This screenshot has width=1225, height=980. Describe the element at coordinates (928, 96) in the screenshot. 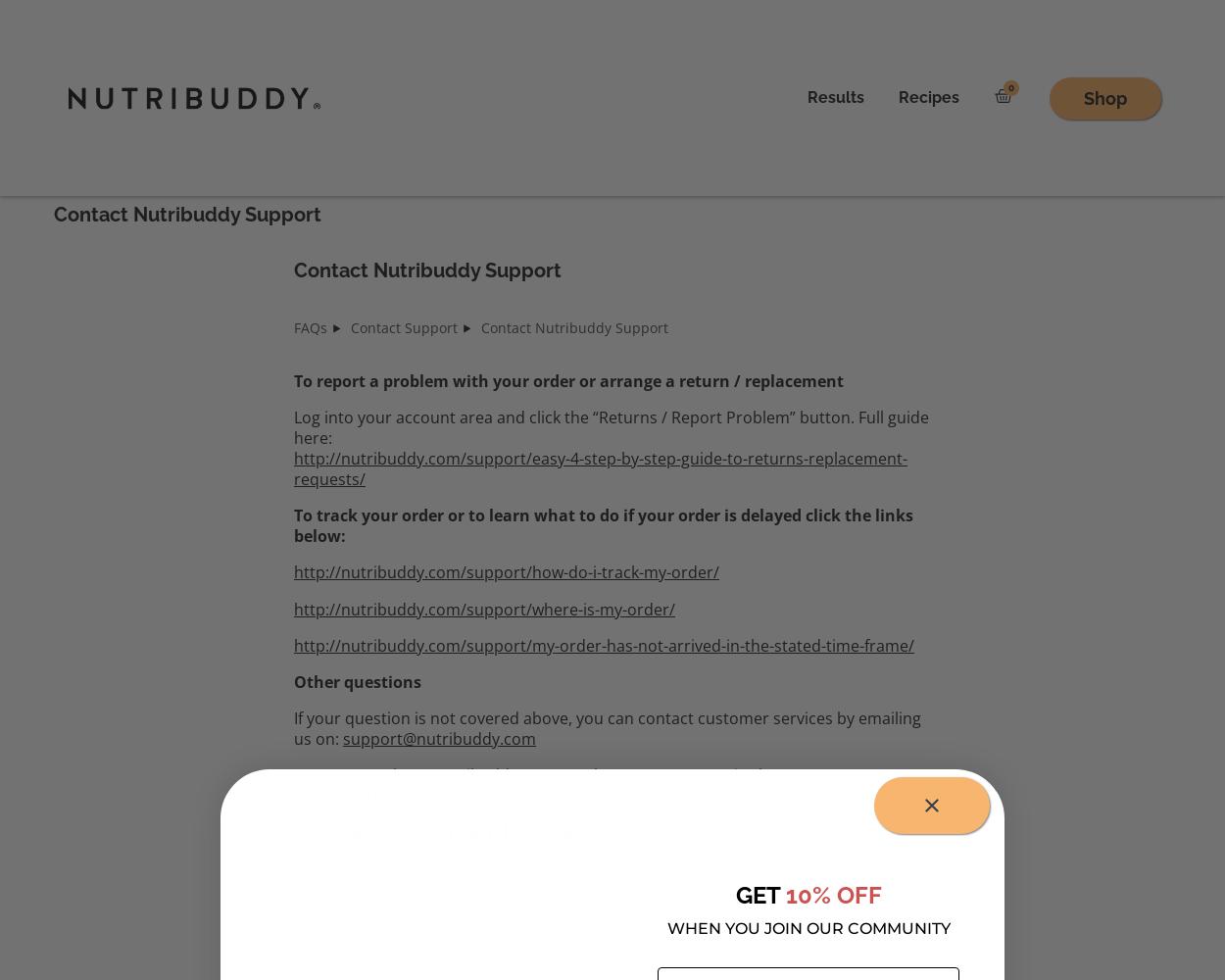

I see `'Recipes'` at that location.